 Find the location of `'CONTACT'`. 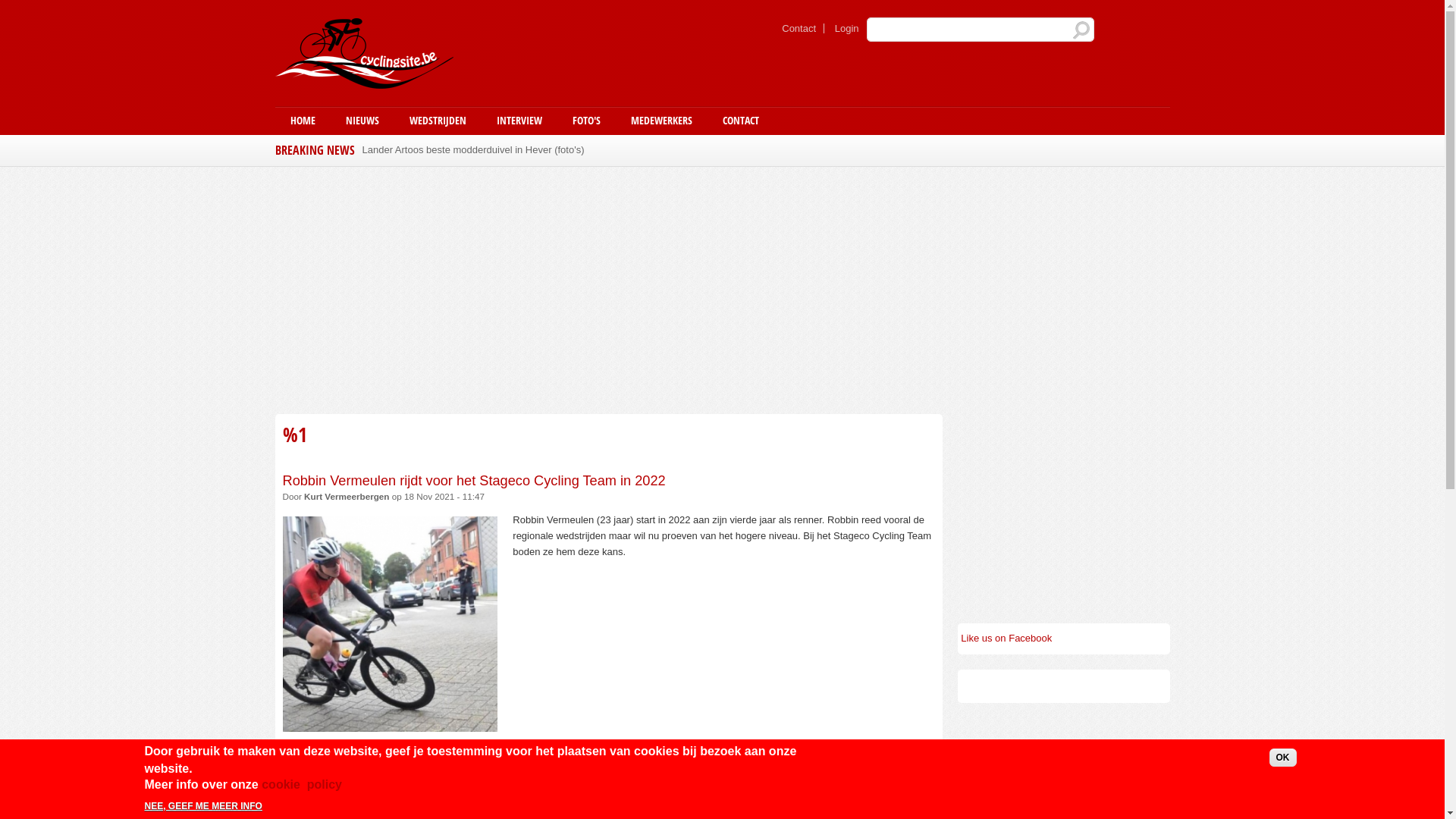

'CONTACT' is located at coordinates (739, 120).